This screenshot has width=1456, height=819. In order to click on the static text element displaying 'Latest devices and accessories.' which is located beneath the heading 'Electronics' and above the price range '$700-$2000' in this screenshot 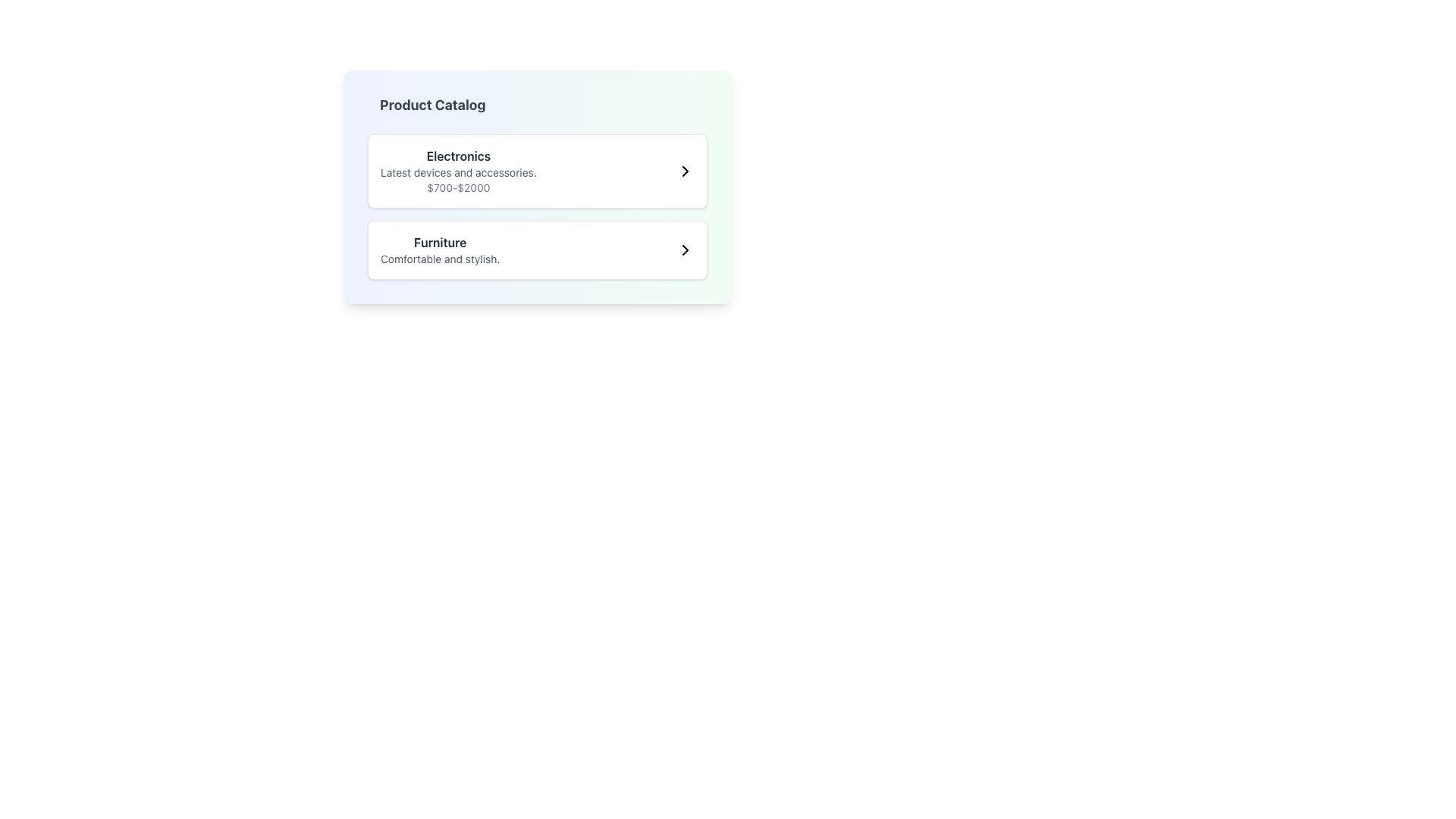, I will do `click(457, 171)`.